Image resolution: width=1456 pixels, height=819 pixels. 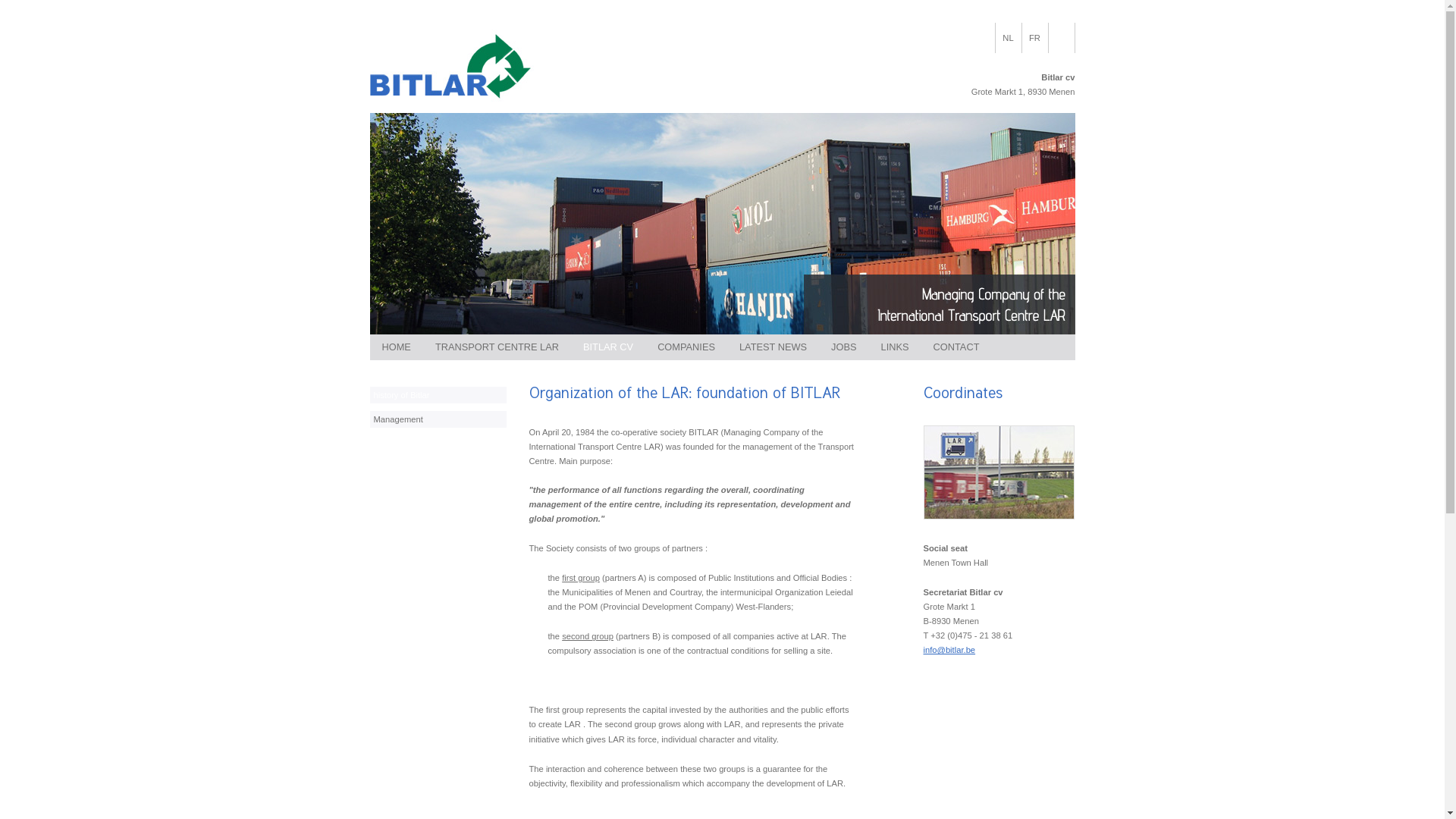 What do you see at coordinates (397, 347) in the screenshot?
I see `'HOME'` at bounding box center [397, 347].